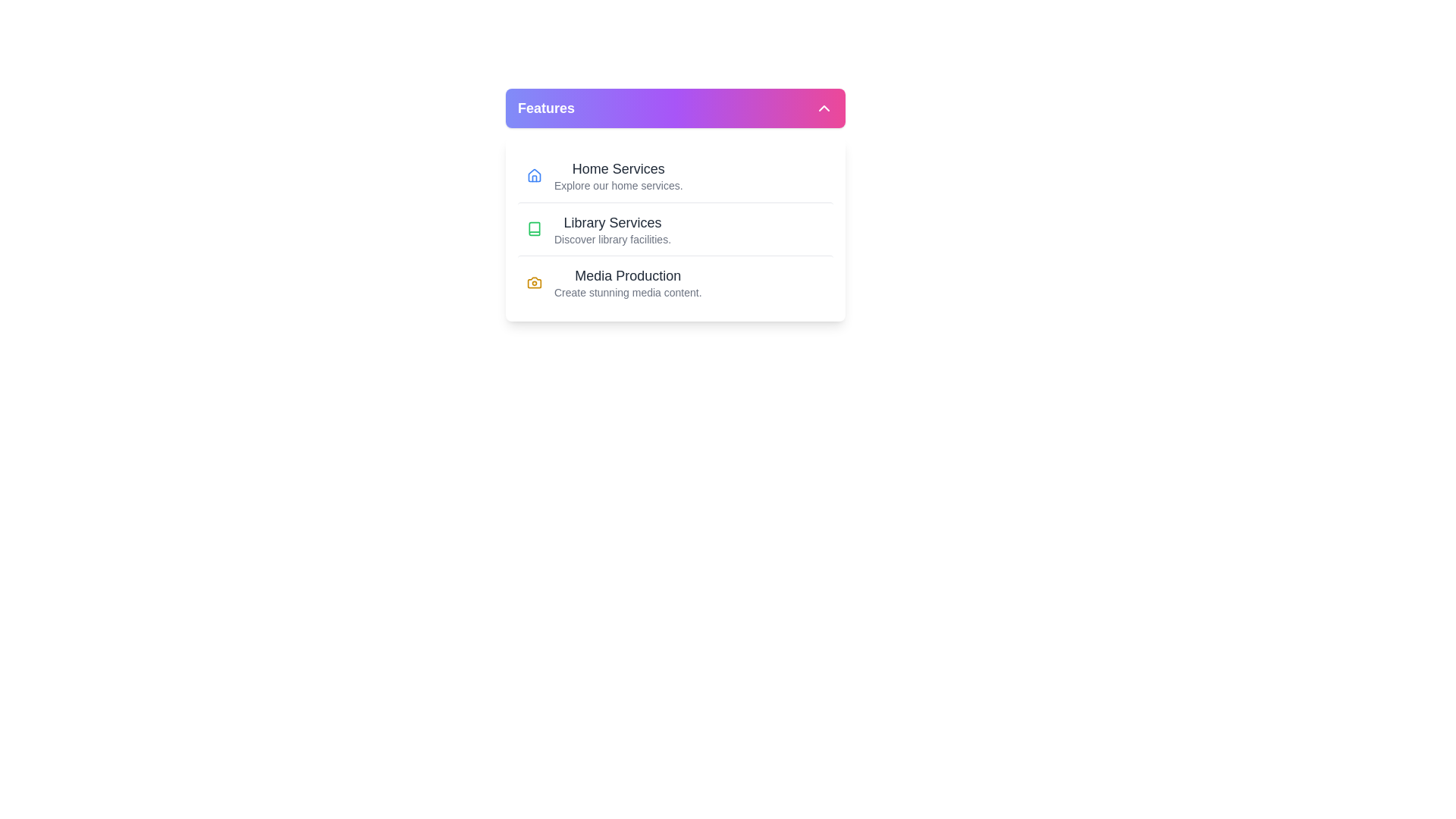  I want to click on the 'Home Services' icon, which visually identifies the home-related functionalities or information in the menu item, located to the left of the text label, so click(535, 174).